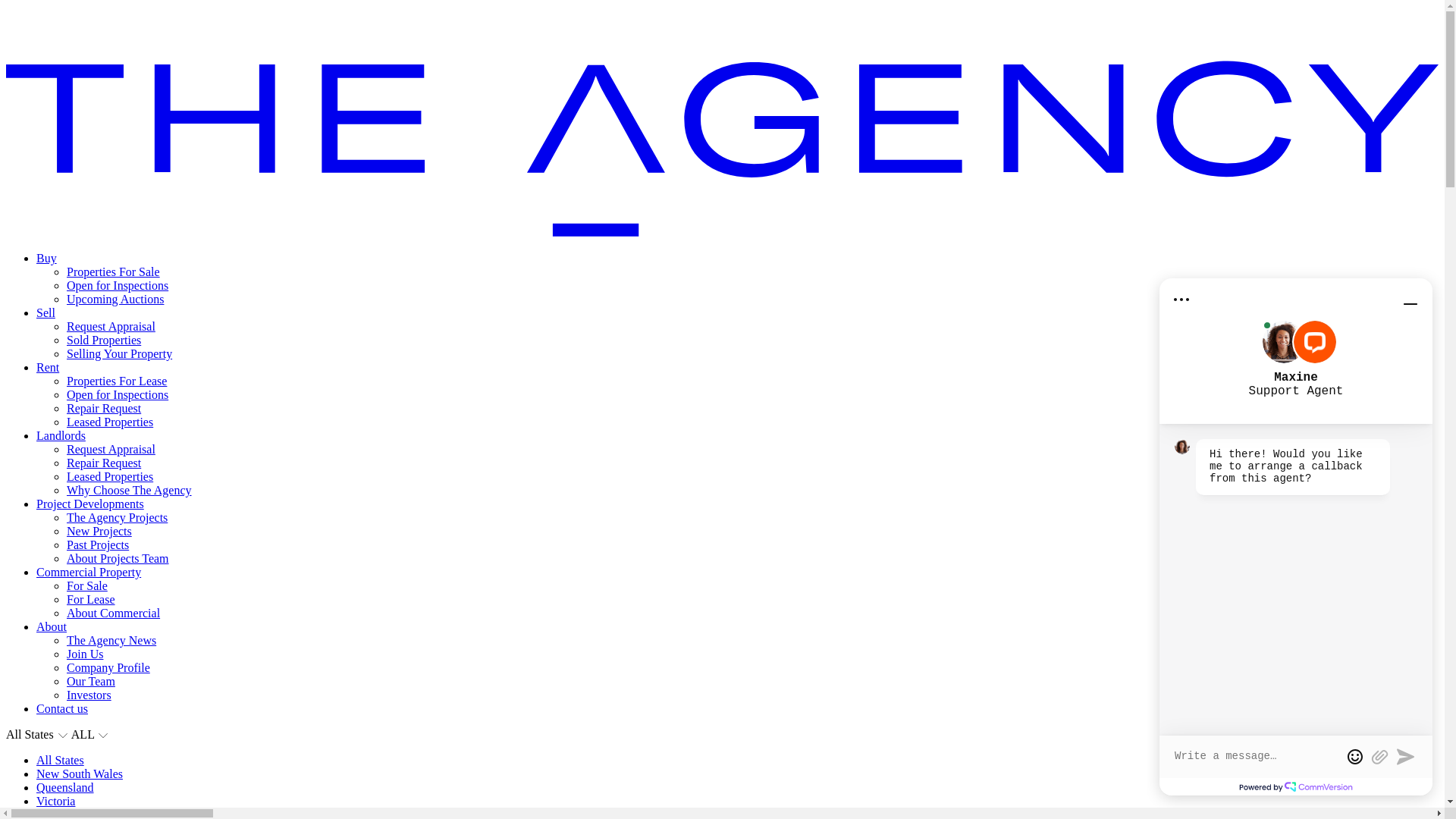 This screenshot has width=1456, height=819. What do you see at coordinates (65, 516) in the screenshot?
I see `'The Agency Projects'` at bounding box center [65, 516].